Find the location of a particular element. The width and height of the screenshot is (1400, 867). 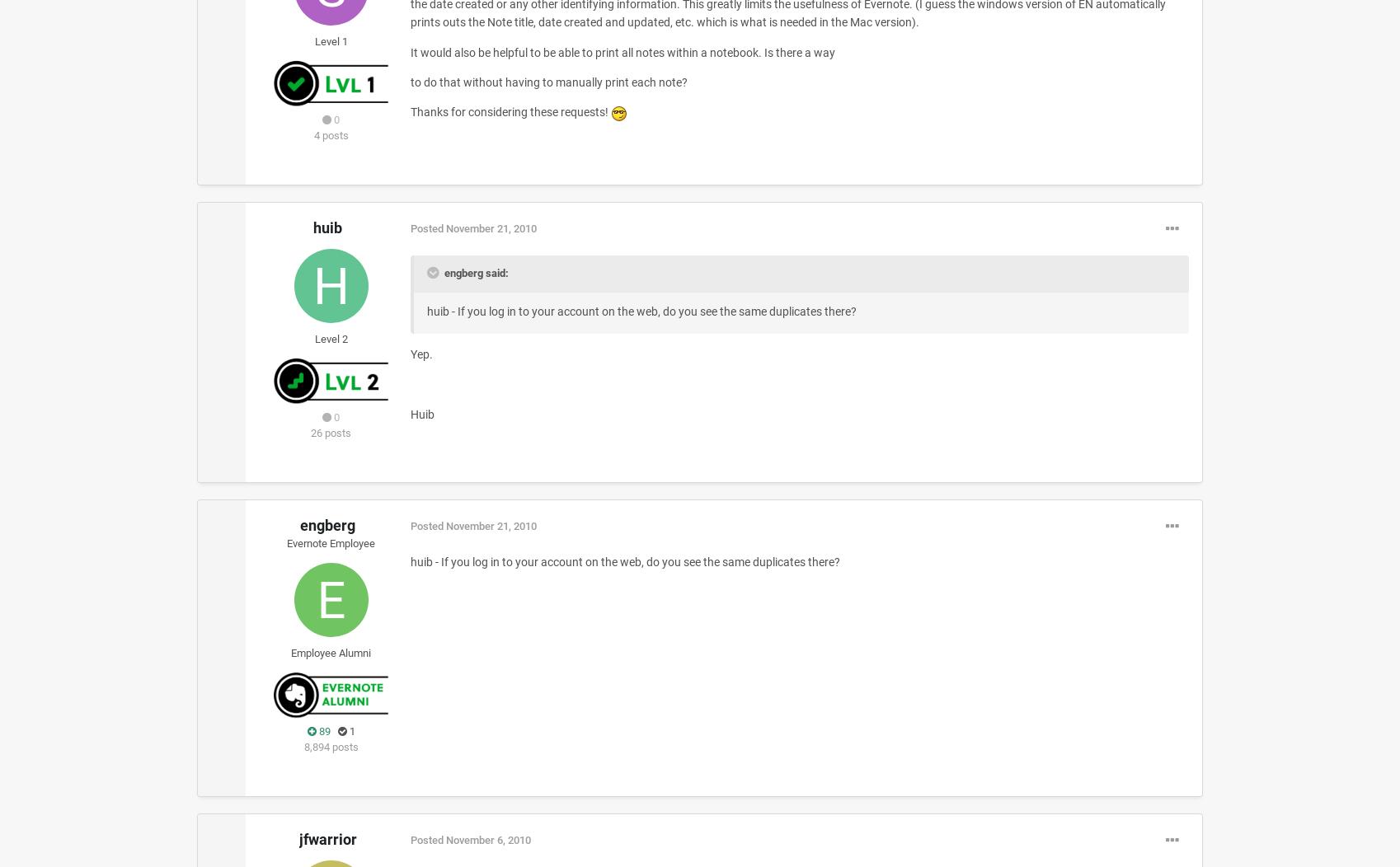

'November 6, 2010' is located at coordinates (487, 839).